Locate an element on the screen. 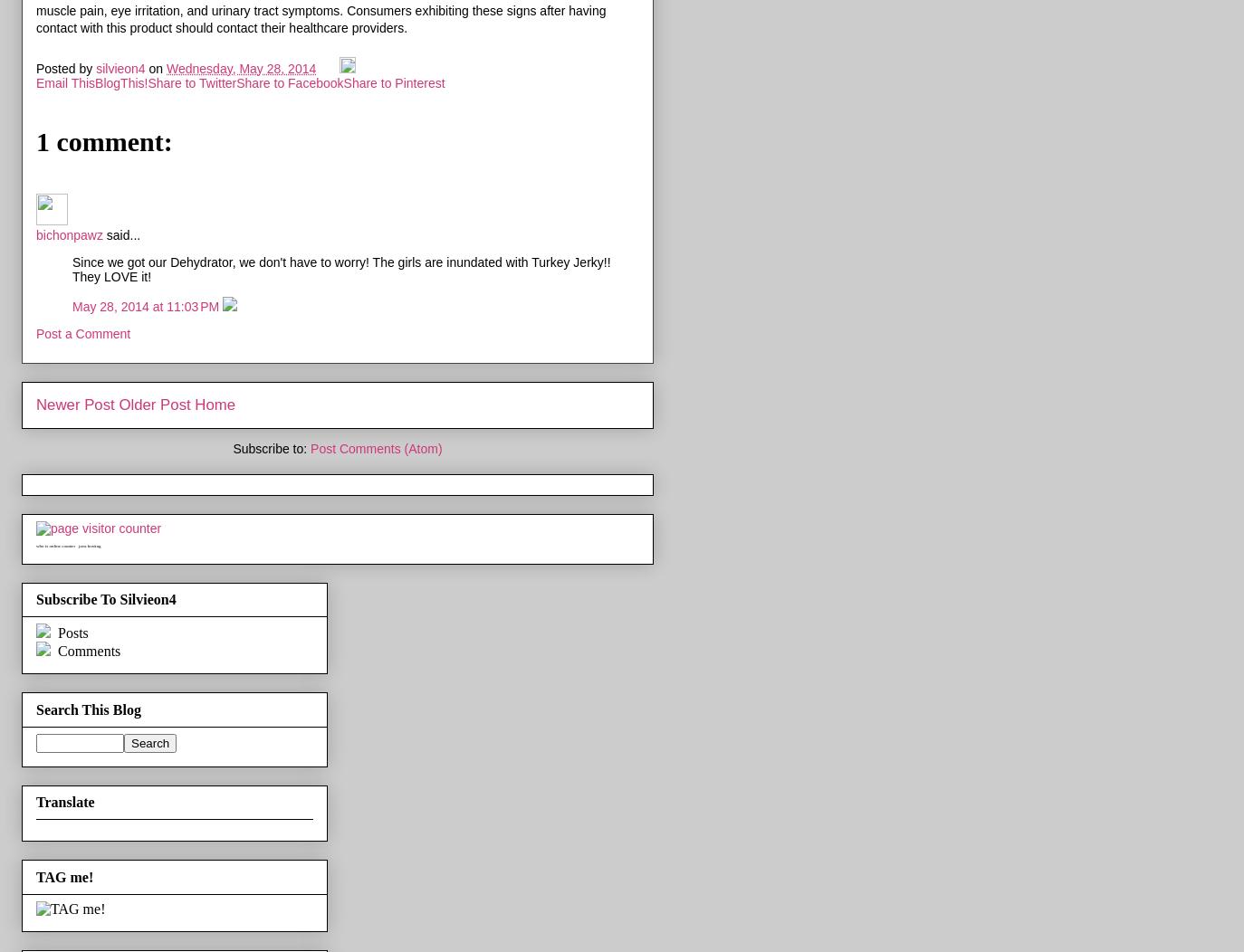 This screenshot has height=952, width=1244. 'silvieon4' is located at coordinates (120, 67).